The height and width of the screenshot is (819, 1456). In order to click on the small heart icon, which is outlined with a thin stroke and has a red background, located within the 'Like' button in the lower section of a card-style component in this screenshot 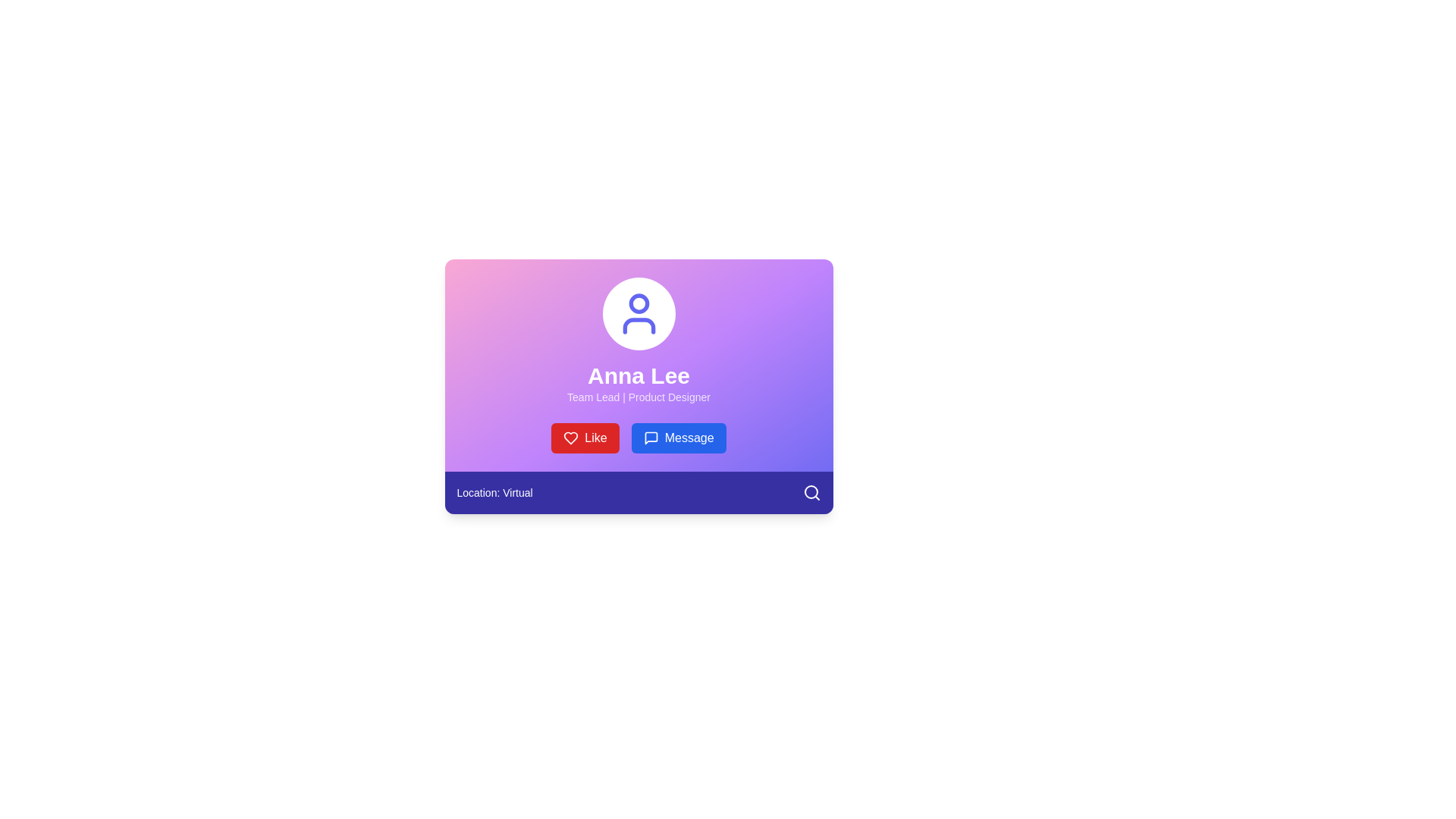, I will do `click(570, 438)`.